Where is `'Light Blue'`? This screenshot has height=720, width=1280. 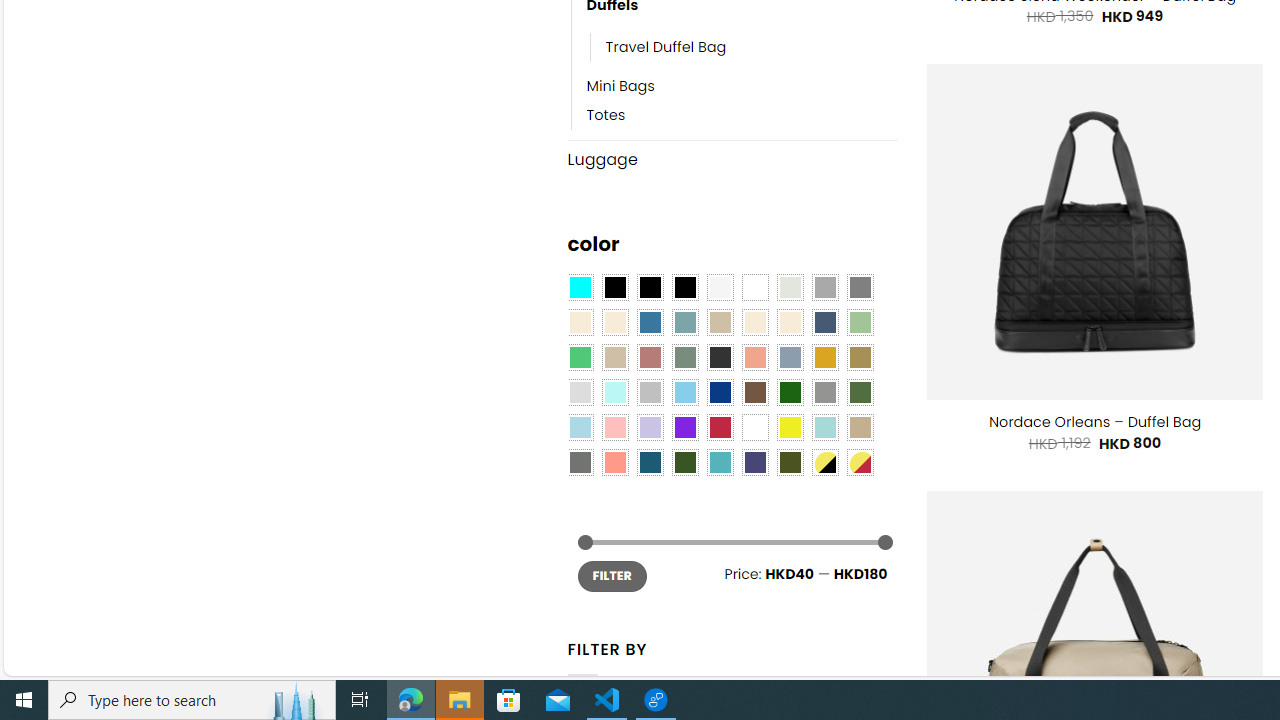
'Light Blue' is located at coordinates (578, 426).